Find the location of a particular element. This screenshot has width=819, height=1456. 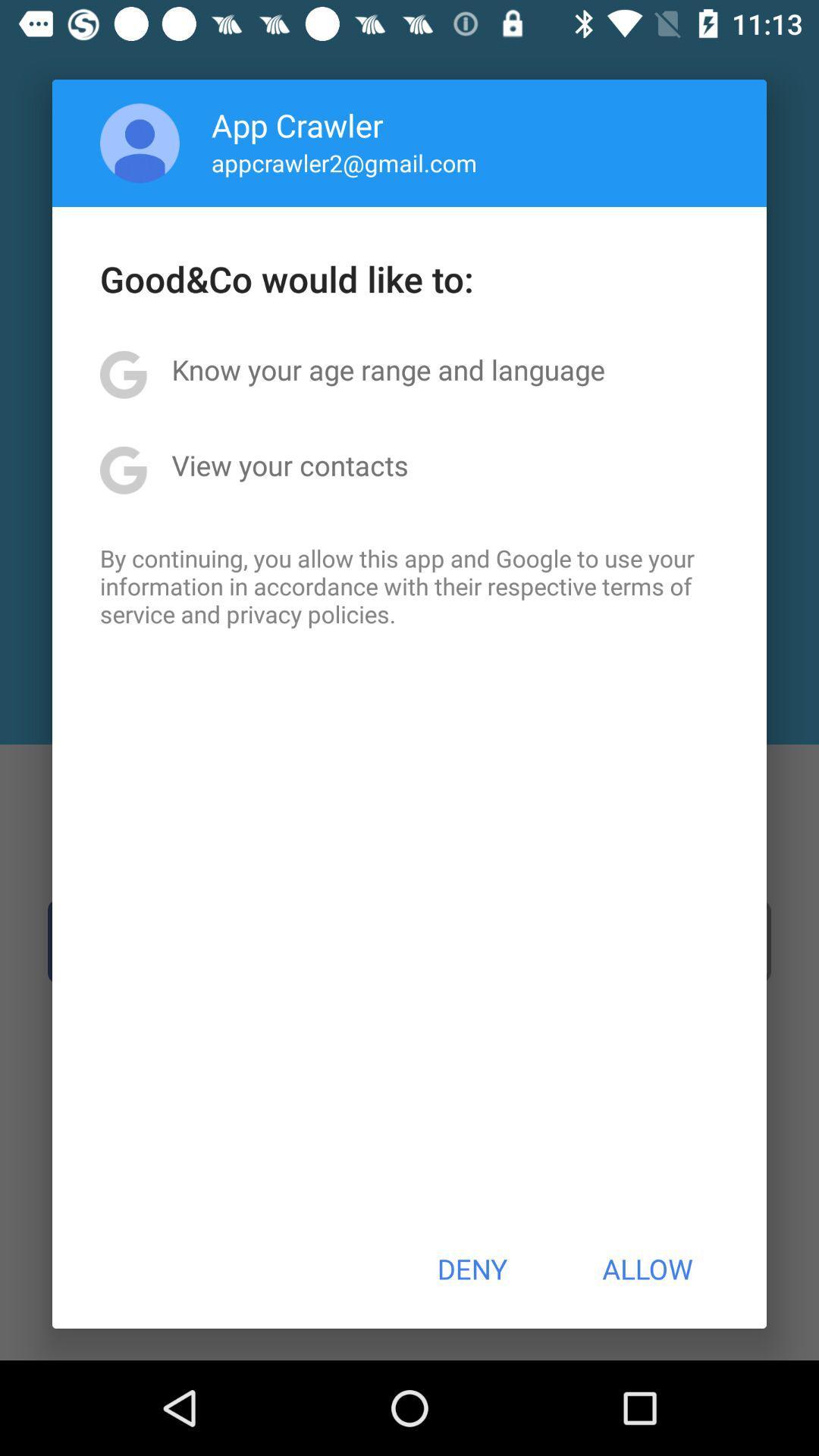

know your age app is located at coordinates (388, 369).